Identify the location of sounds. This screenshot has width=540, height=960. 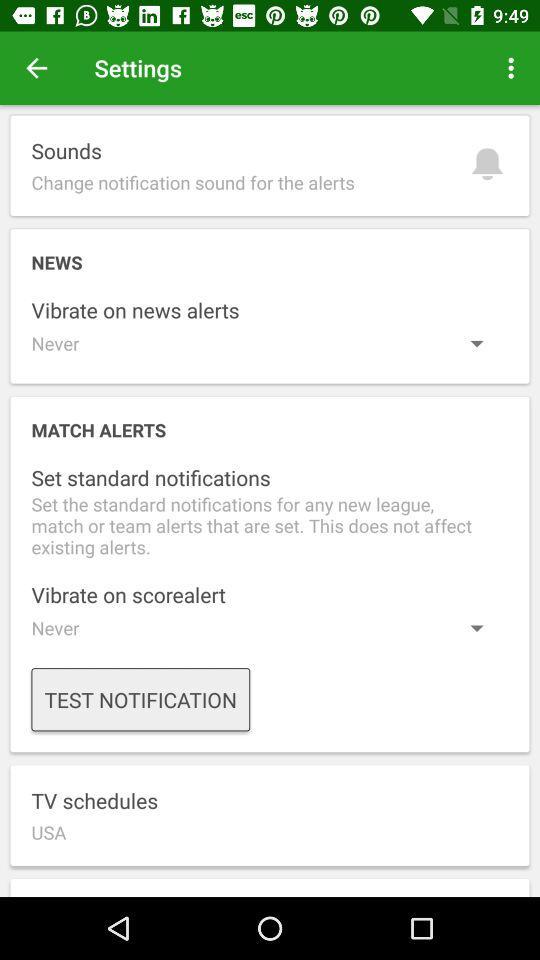
(270, 164).